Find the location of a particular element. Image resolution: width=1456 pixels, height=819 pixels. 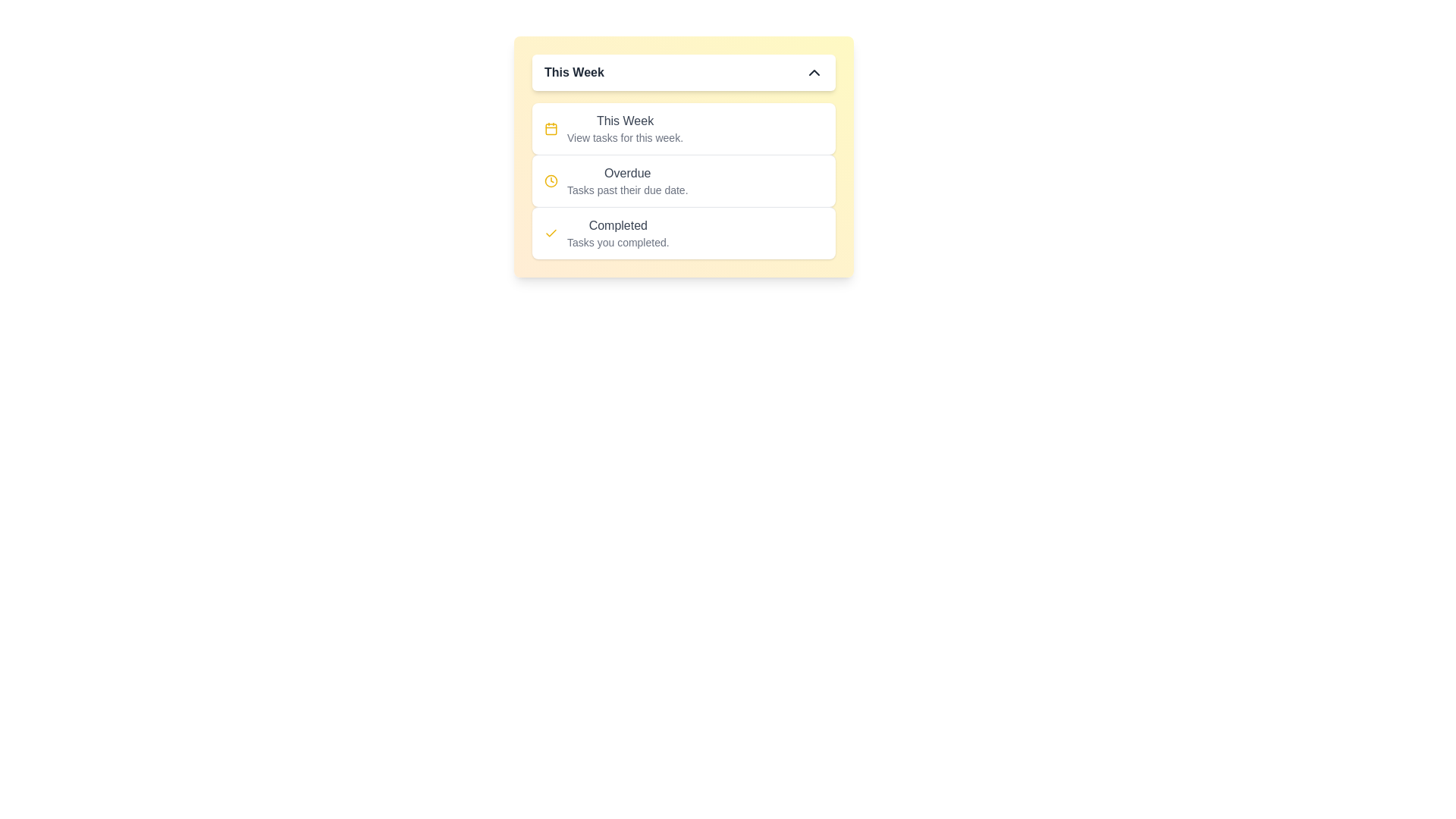

the task category Overdue by clicking on the corresponding item in the list is located at coordinates (683, 180).